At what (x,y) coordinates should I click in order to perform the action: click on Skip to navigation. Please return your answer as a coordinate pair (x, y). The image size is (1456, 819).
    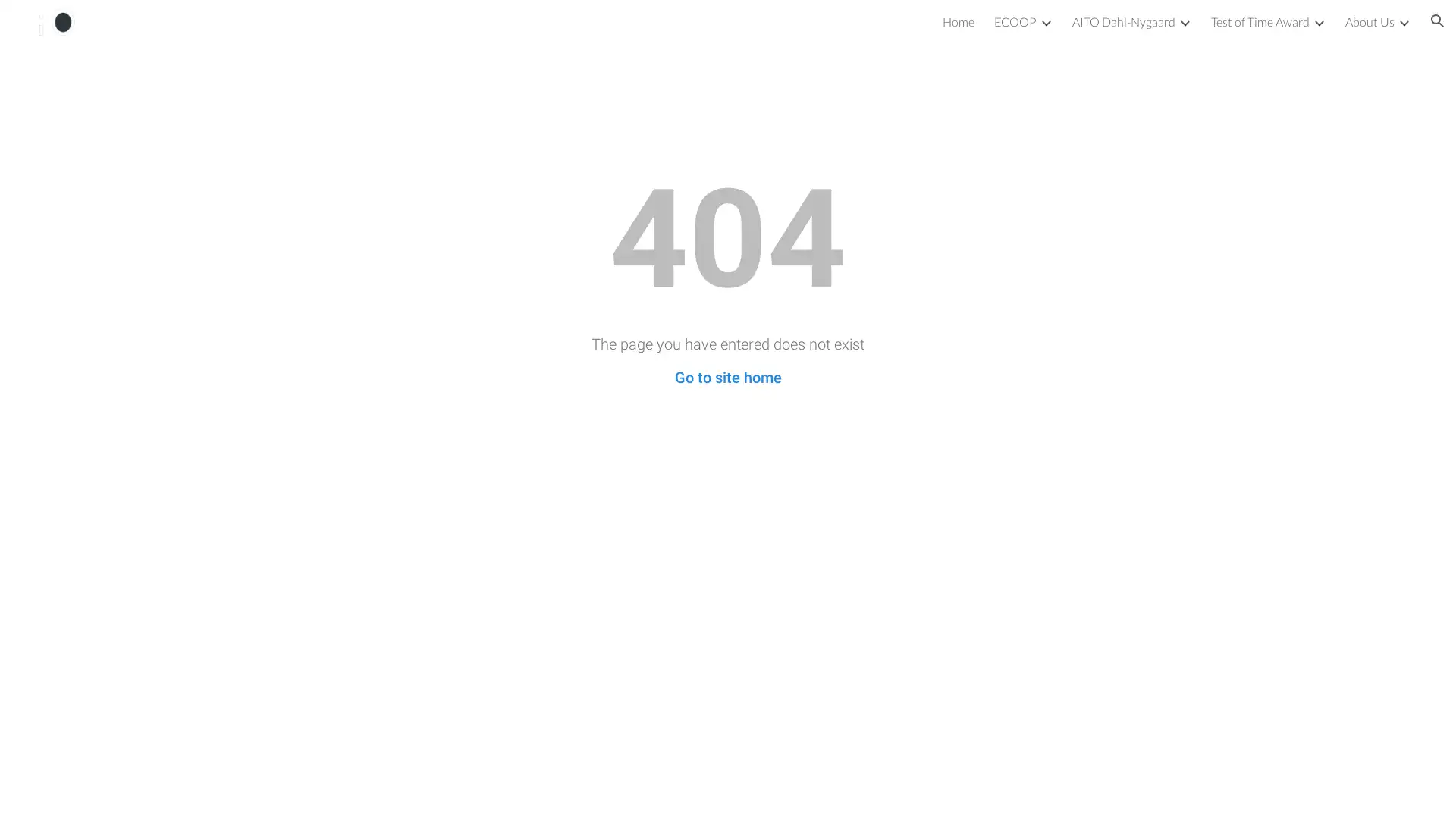
    Looking at the image, I should click on (864, 28).